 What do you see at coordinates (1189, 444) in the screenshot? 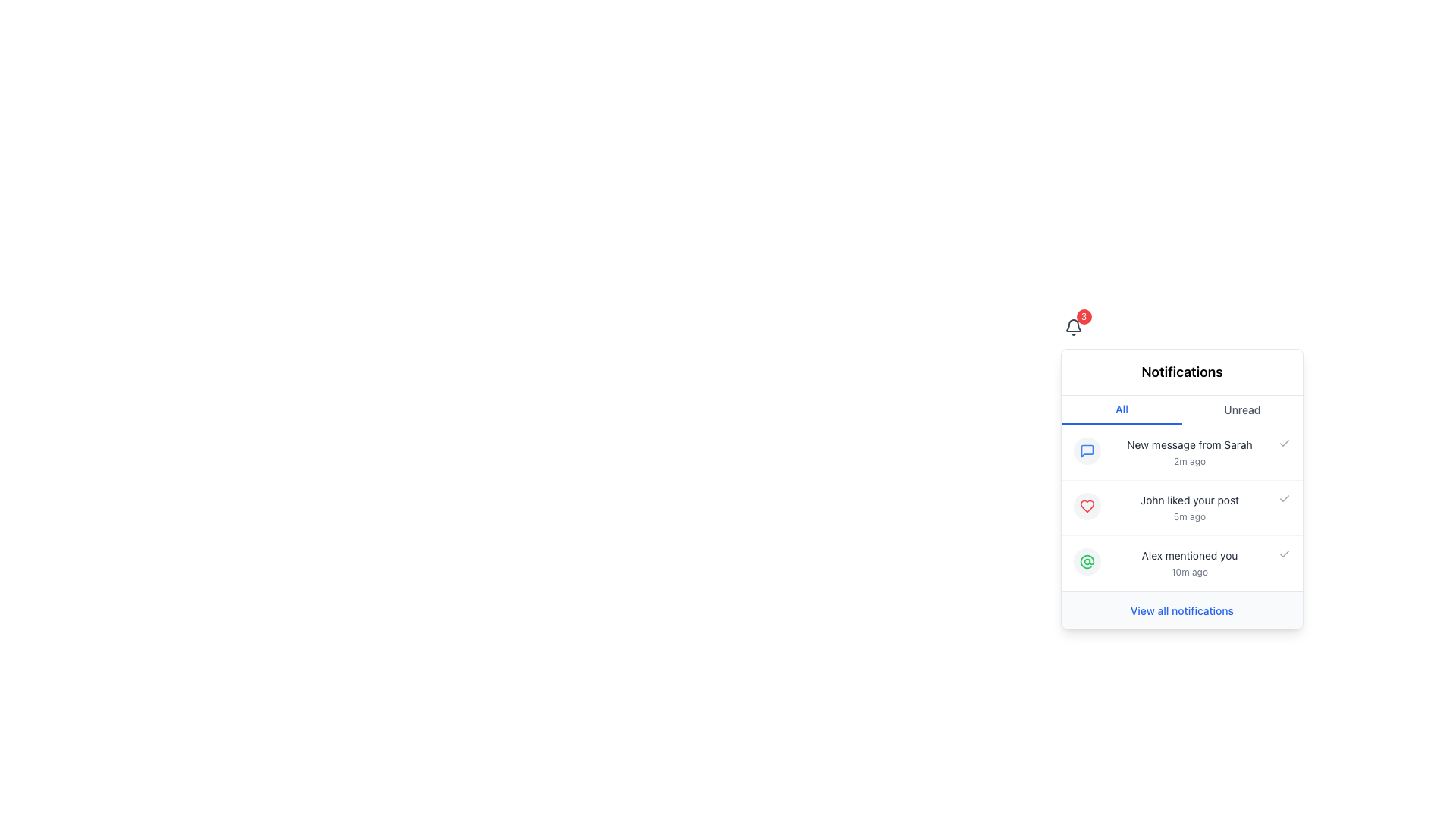
I see `the text label displaying 'New message from Sarah' in the Notifications dropdown panel` at bounding box center [1189, 444].